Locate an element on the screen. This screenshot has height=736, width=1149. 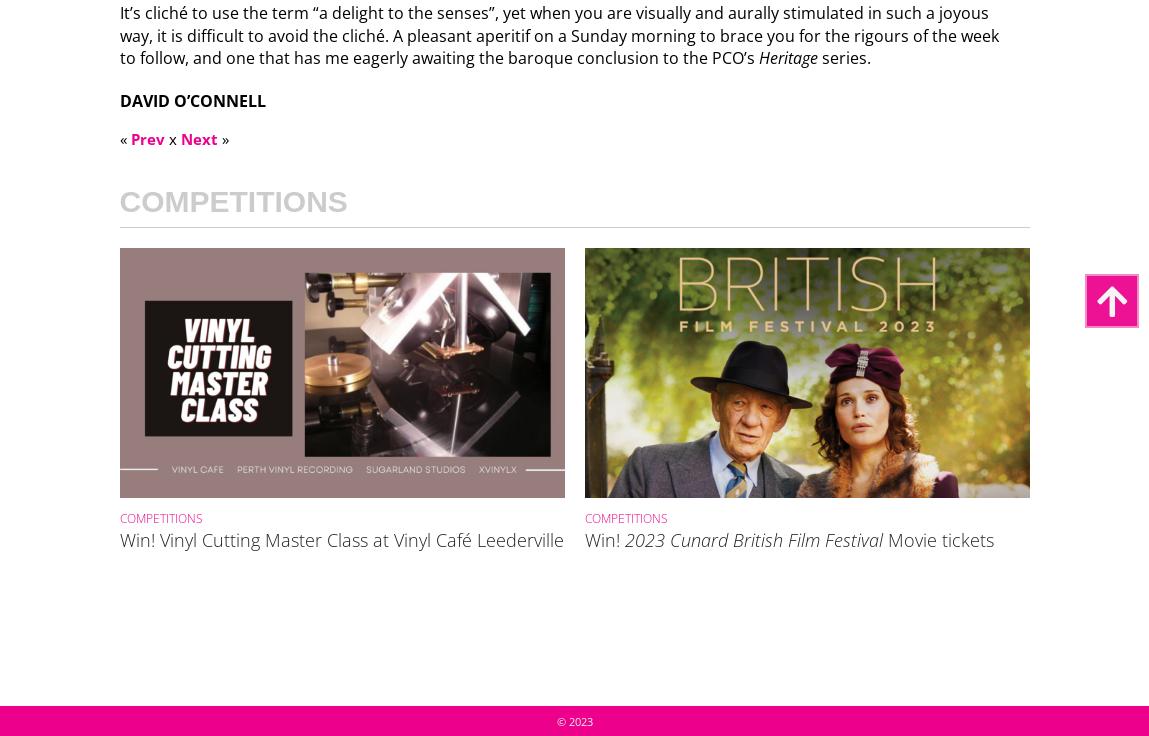
'Win!' is located at coordinates (604, 538).